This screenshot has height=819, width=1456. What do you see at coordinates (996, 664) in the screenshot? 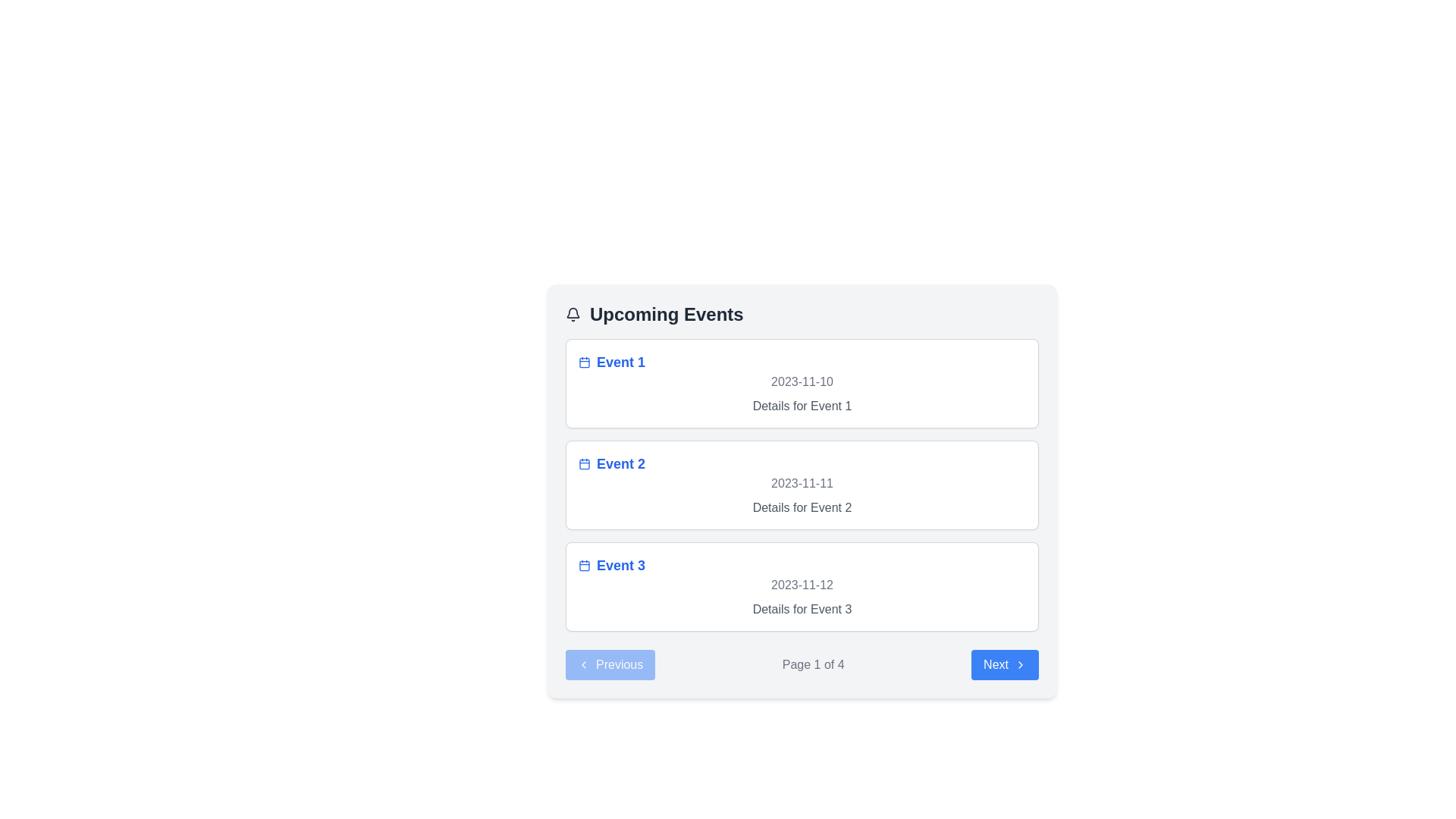
I see `the text label reading 'Next' located on a button with a blue background and white text, positioned at the center-left side of the button` at bounding box center [996, 664].